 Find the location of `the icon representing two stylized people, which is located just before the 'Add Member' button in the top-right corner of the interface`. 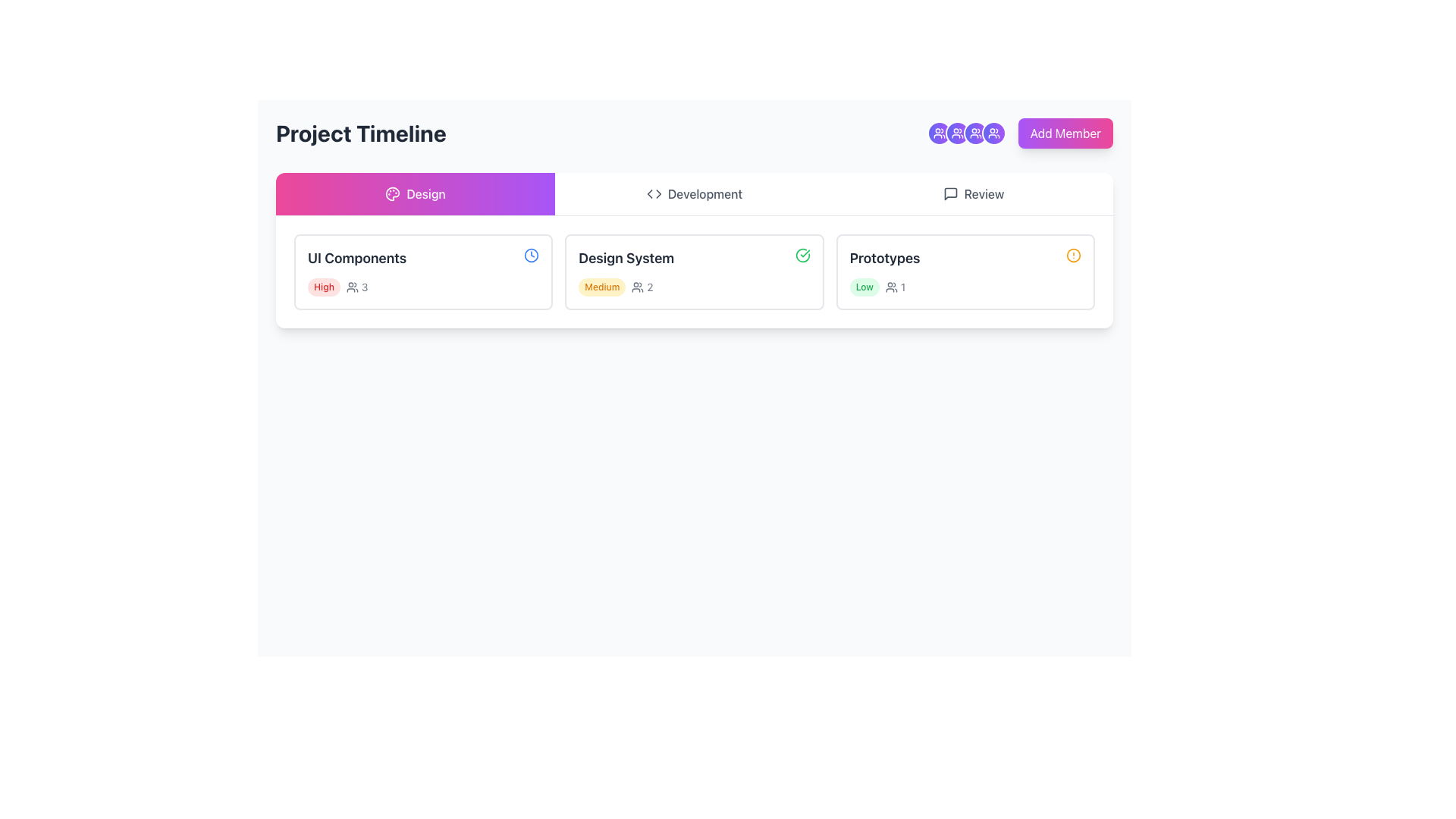

the icon representing two stylized people, which is located just before the 'Add Member' button in the top-right corner of the interface is located at coordinates (938, 133).